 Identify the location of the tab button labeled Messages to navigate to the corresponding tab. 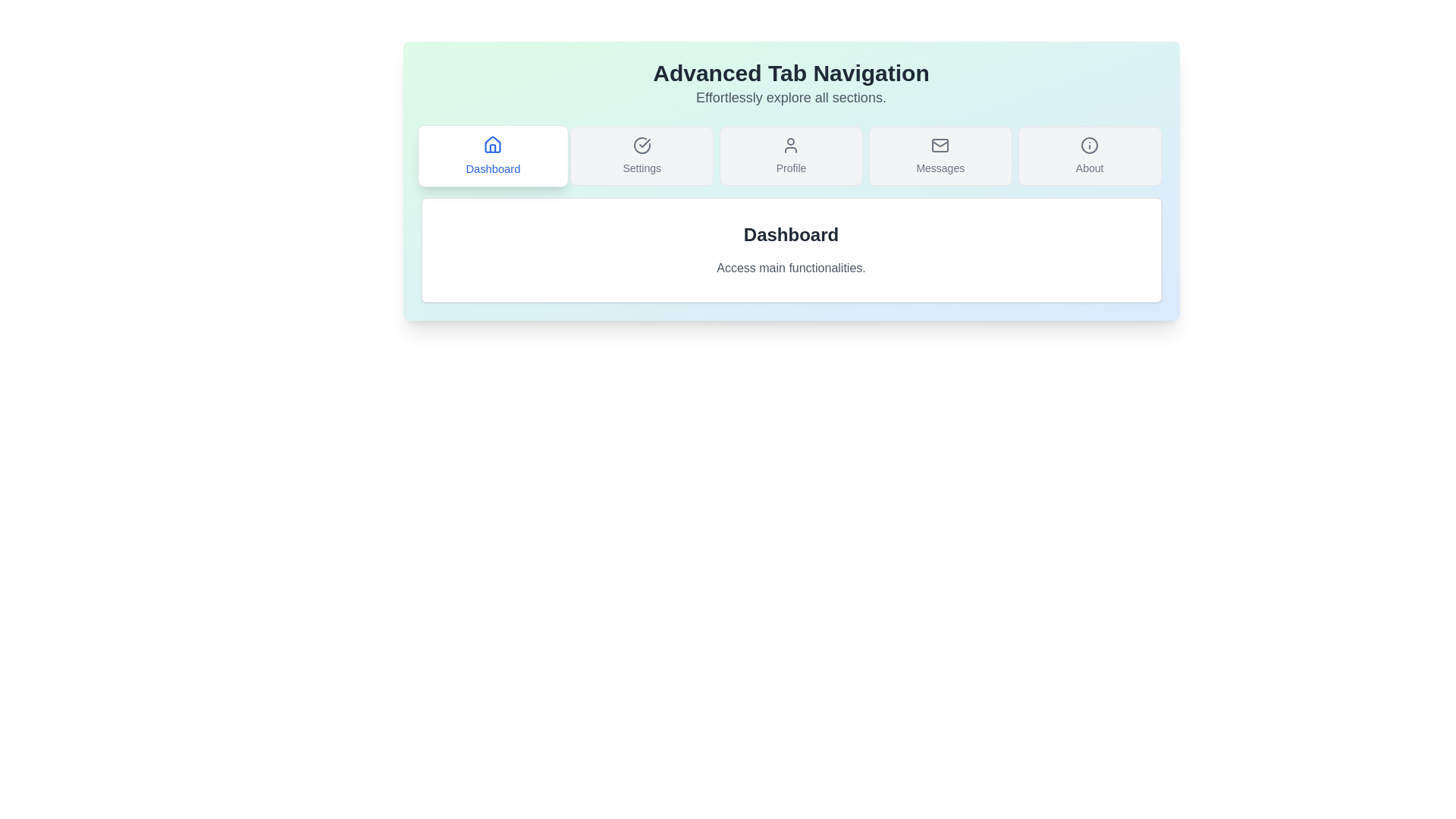
(940, 155).